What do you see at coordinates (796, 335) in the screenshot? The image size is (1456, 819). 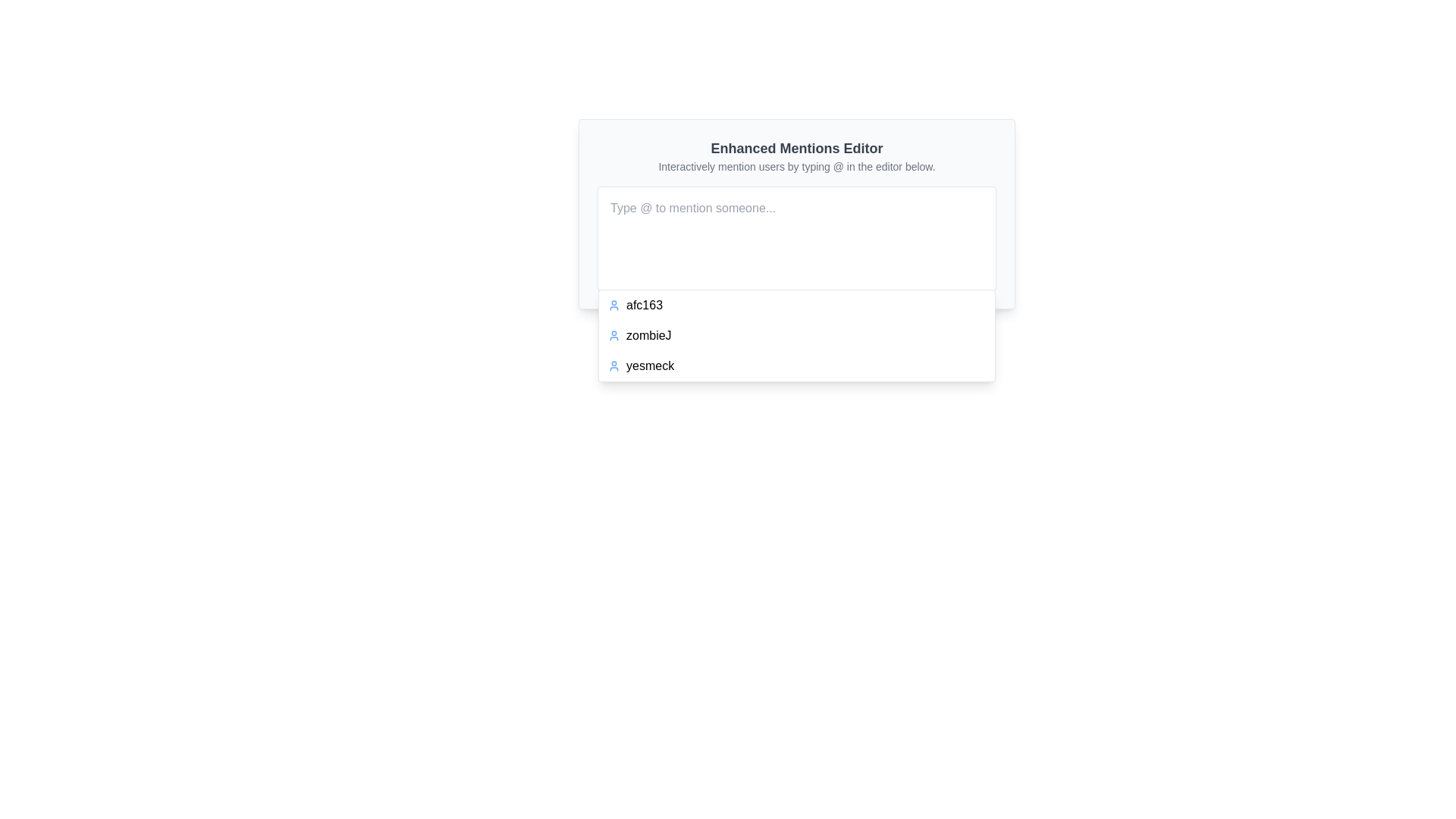 I see `the Dropdown suggestion list containing usernames 'afc163', 'zombieJ', and 'yesmeck', which is styled with a white background and blue user icons` at bounding box center [796, 335].